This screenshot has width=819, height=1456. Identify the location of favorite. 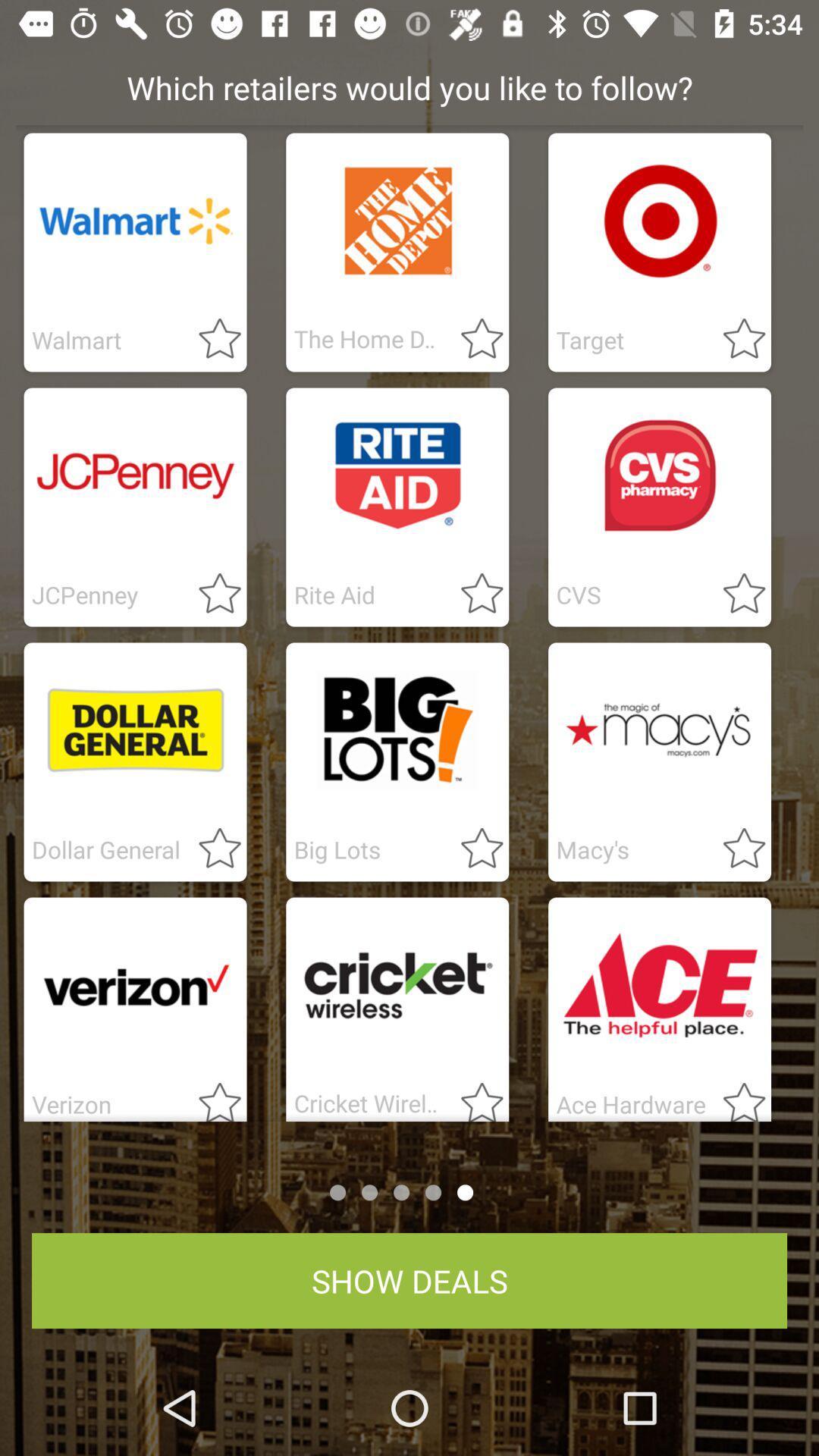
(734, 1097).